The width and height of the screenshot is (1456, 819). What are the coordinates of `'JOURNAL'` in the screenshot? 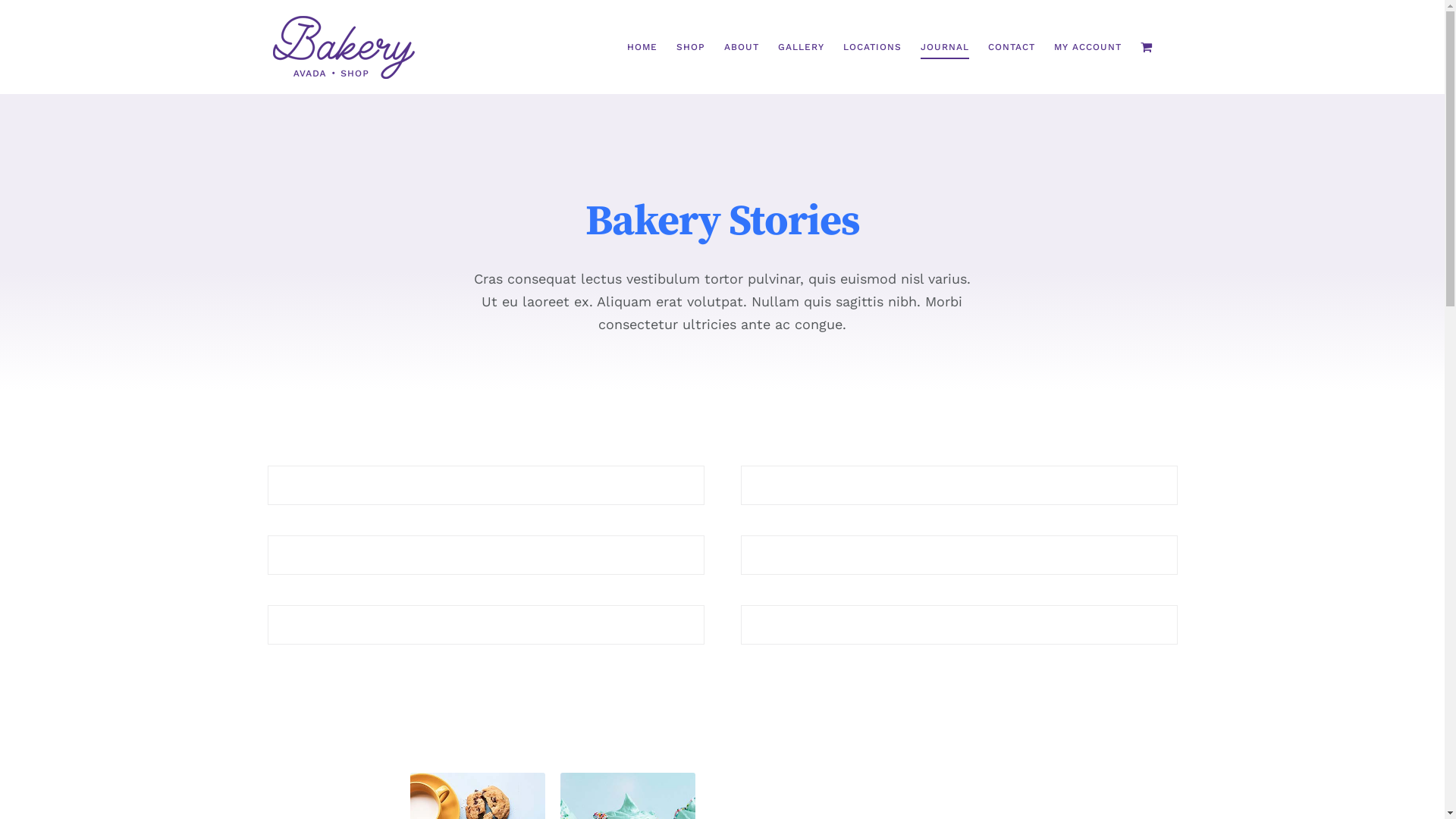 It's located at (944, 45).